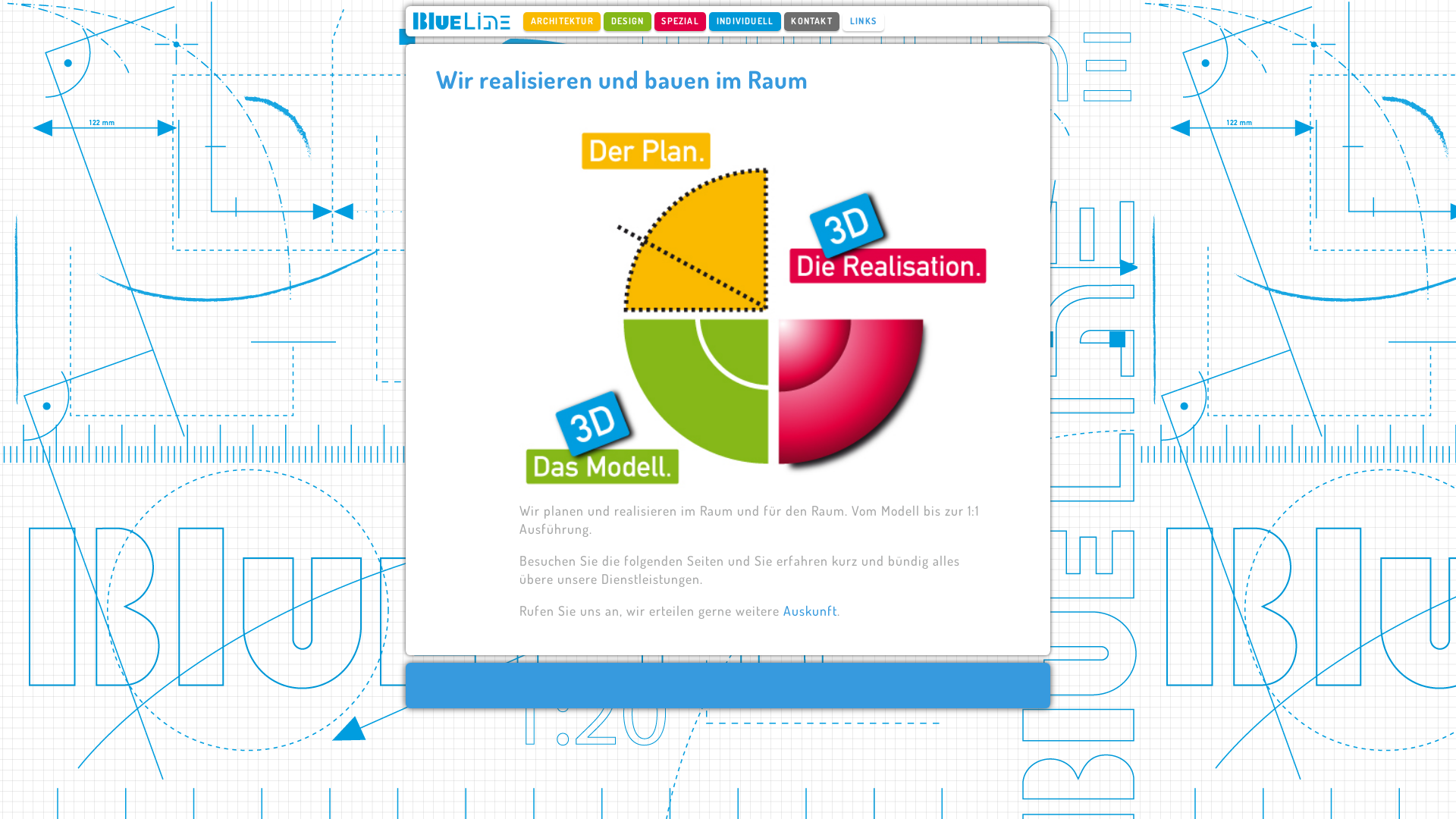 The height and width of the screenshot is (819, 1456). I want to click on 'INDIVIDUELL', so click(745, 21).